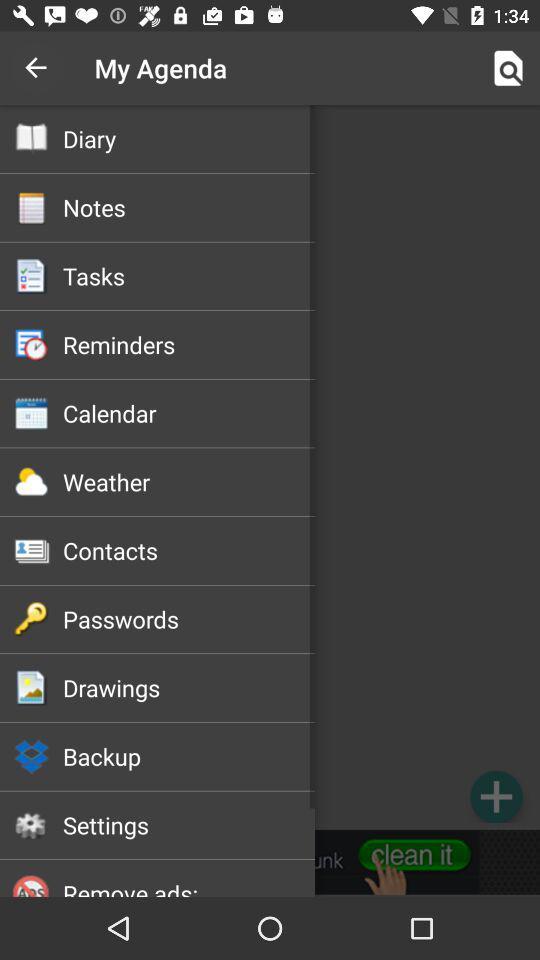 The height and width of the screenshot is (960, 540). I want to click on backup icon, so click(189, 755).